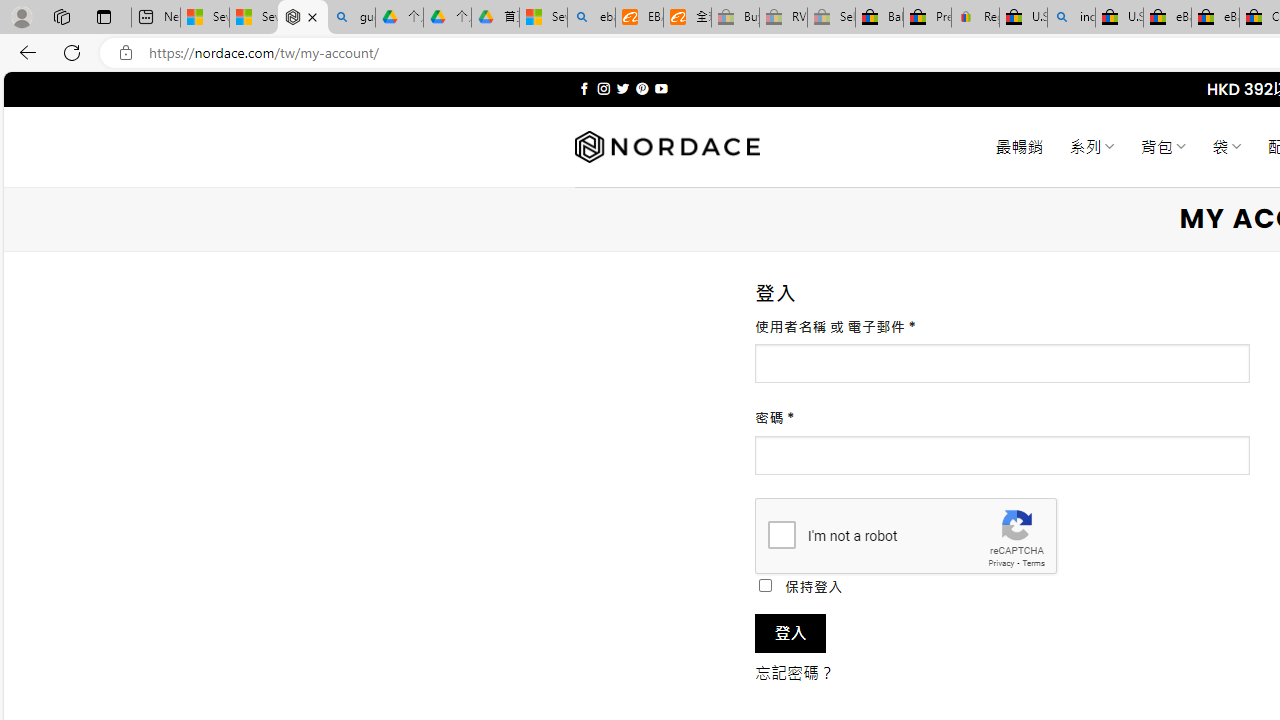 Image resolution: width=1280 pixels, height=720 pixels. What do you see at coordinates (831, 17) in the screenshot?
I see `'Sell worldwide with eBay - Sleeping'` at bounding box center [831, 17].